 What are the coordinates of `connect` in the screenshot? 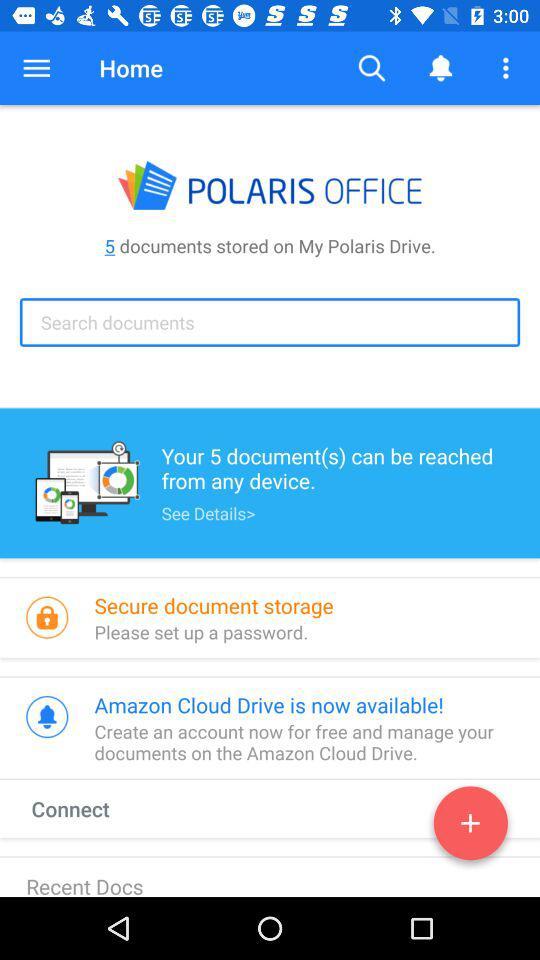 It's located at (470, 827).